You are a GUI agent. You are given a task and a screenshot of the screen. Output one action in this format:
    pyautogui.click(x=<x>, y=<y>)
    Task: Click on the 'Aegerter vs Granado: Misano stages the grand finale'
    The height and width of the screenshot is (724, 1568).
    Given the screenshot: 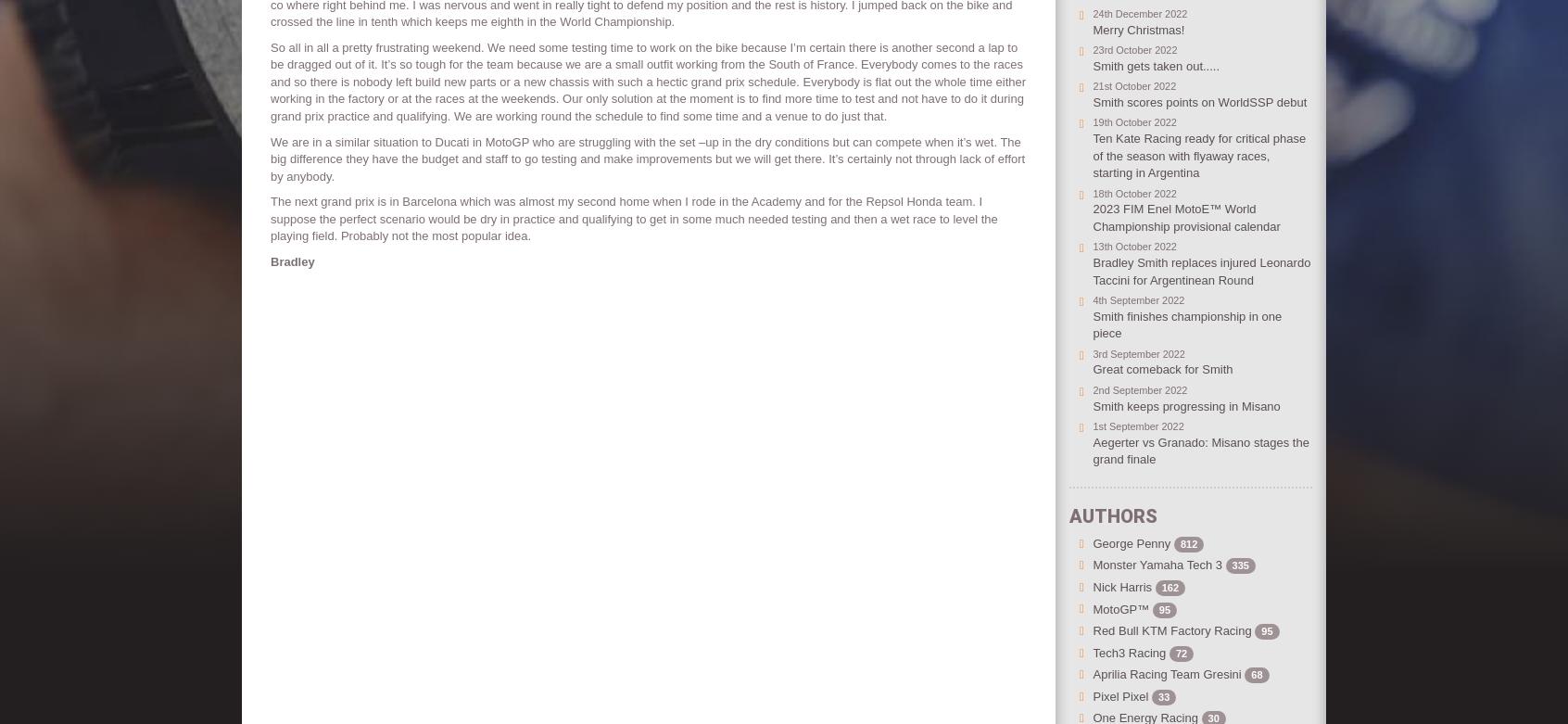 What is the action you would take?
    pyautogui.click(x=1091, y=450)
    